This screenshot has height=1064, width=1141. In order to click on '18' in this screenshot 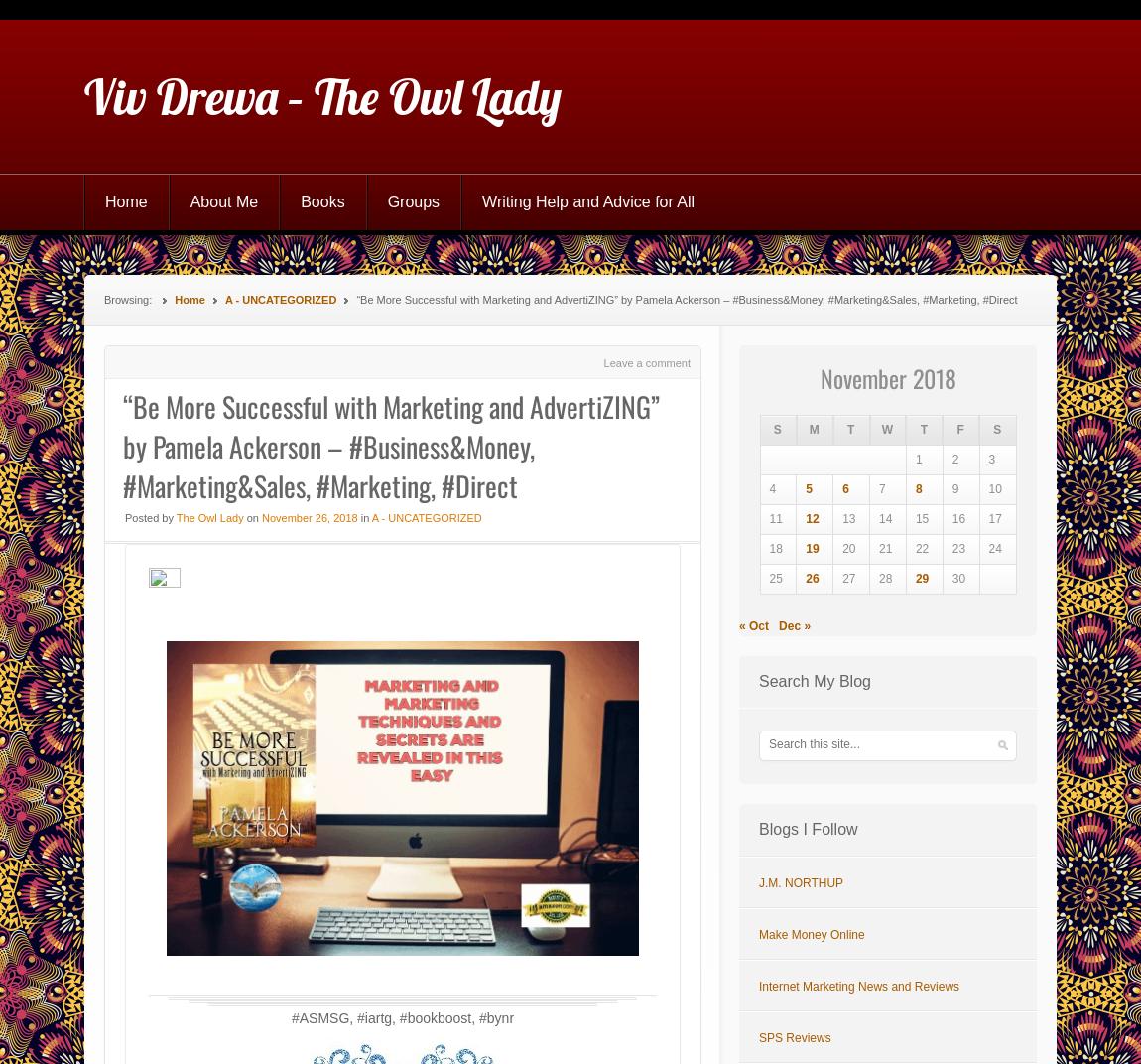, I will do `click(767, 548)`.